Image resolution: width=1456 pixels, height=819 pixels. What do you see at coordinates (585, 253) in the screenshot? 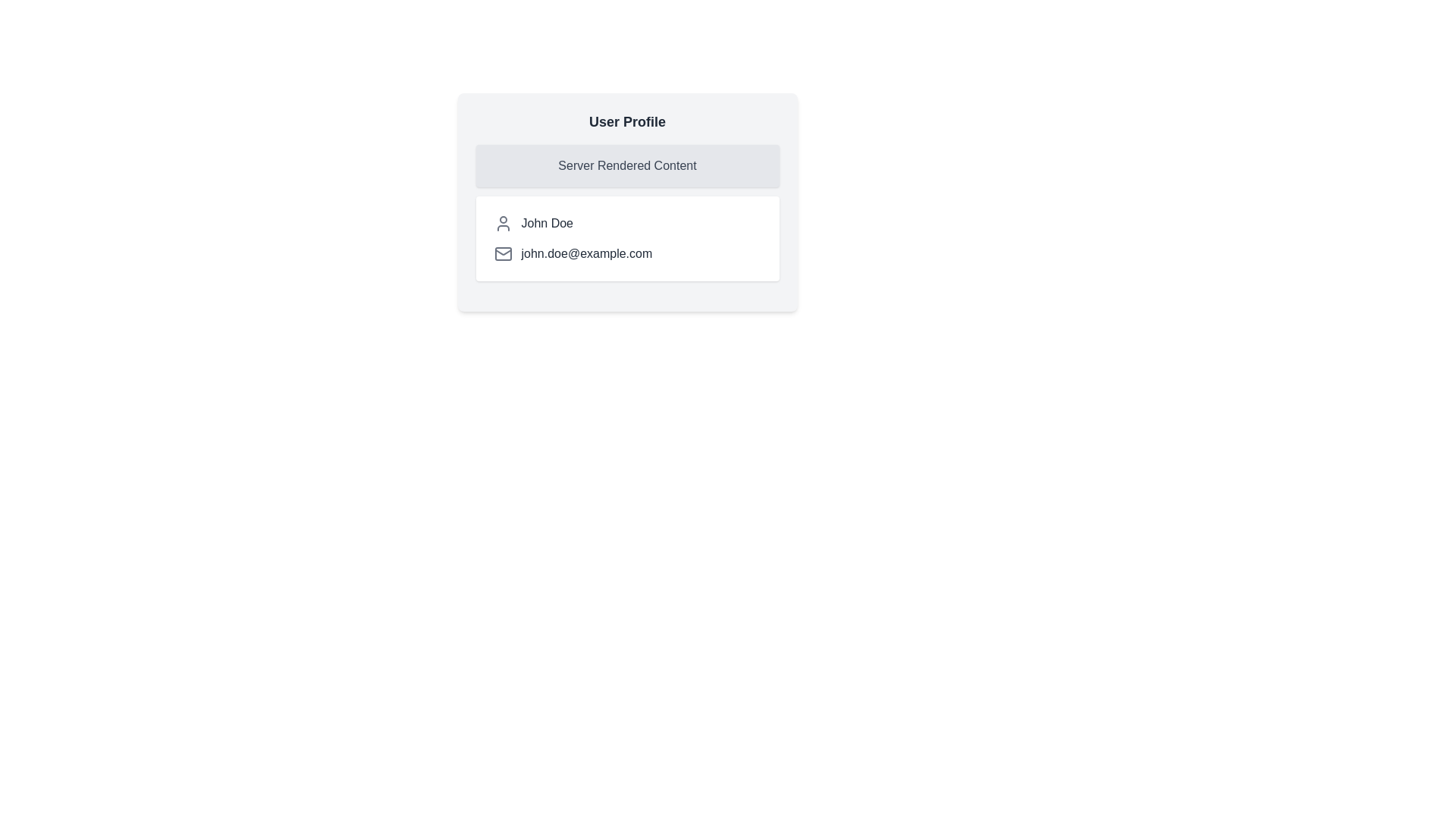
I see `the static text displaying 'john.doe@example.com', which is styled in dark gray and positioned within the User Profile card layout` at bounding box center [585, 253].